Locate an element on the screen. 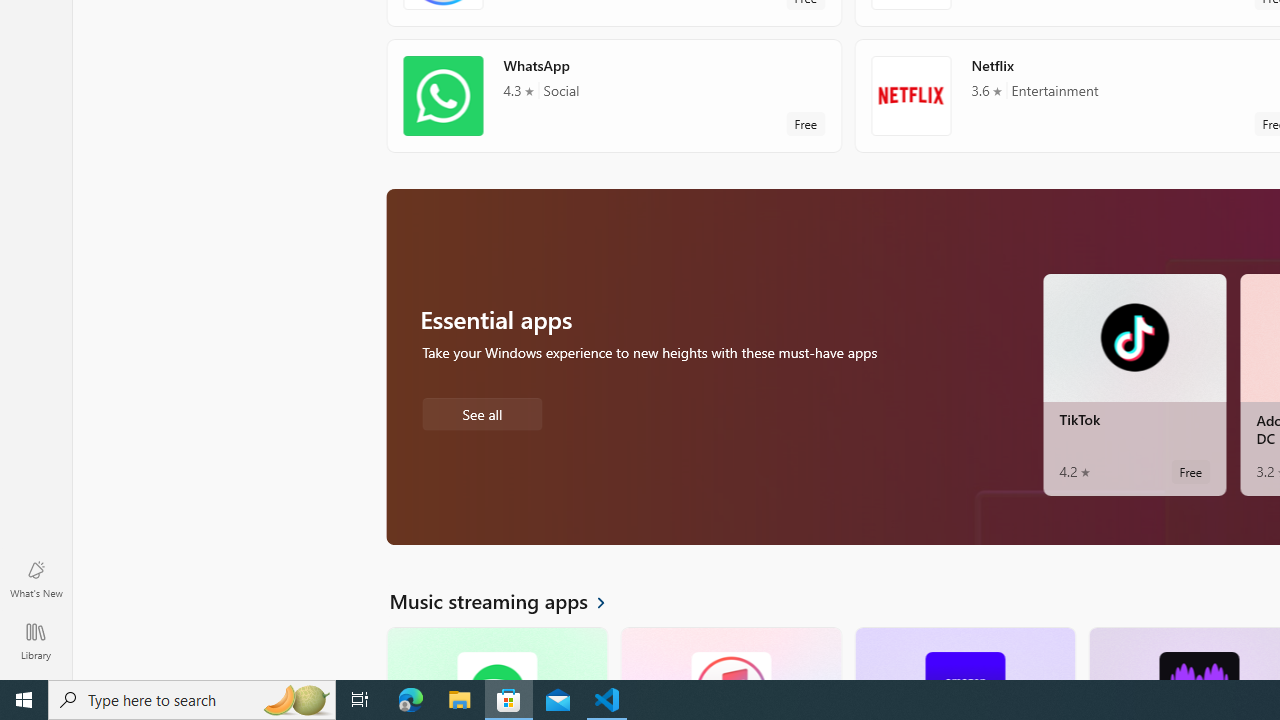 This screenshot has width=1280, height=720. 'iTunes. Average rating of 2.5 out of five stars. Free  ' is located at coordinates (729, 653).